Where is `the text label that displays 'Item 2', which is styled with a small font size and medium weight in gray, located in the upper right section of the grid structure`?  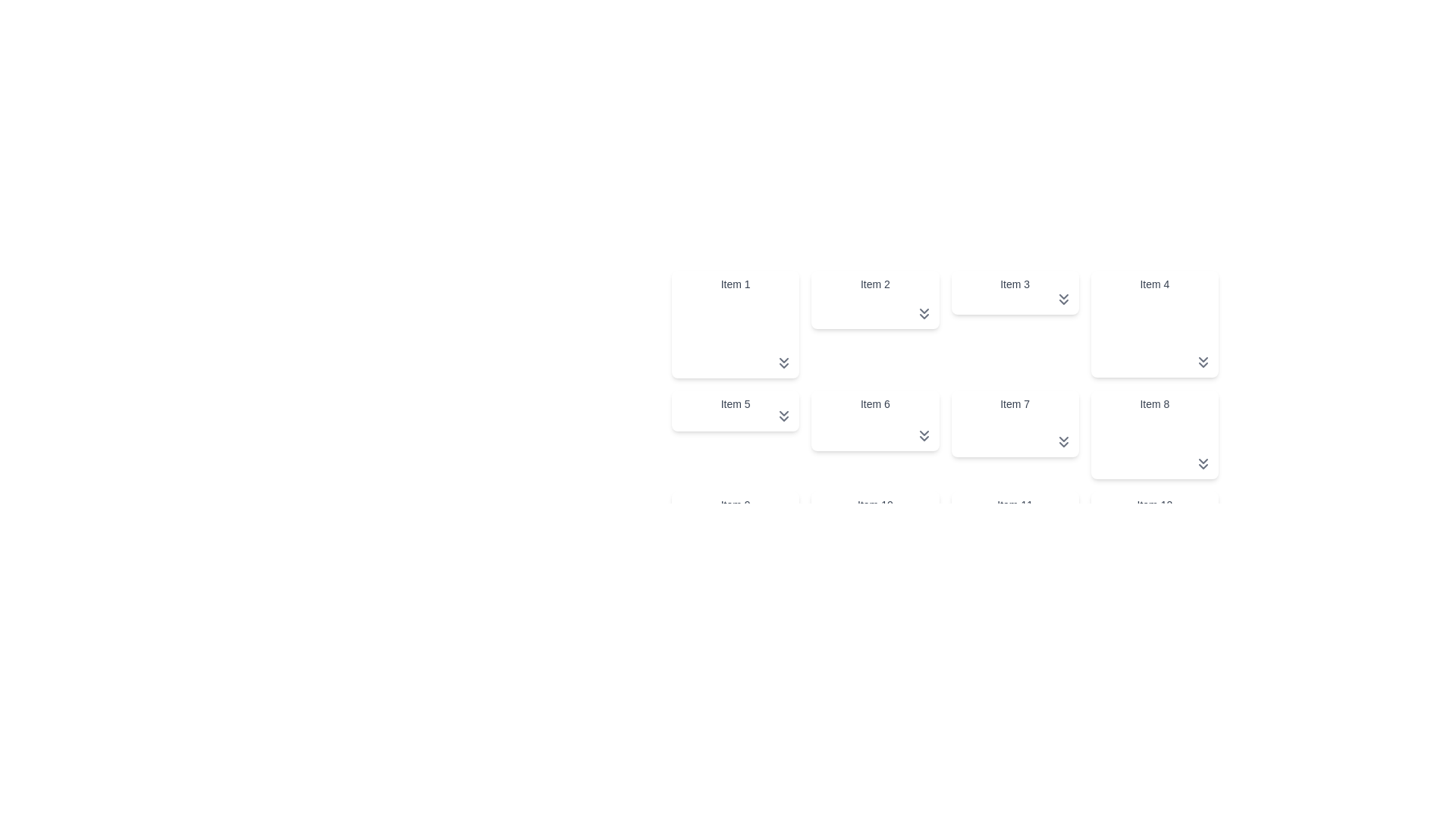
the text label that displays 'Item 2', which is styled with a small font size and medium weight in gray, located in the upper right section of the grid structure is located at coordinates (875, 284).